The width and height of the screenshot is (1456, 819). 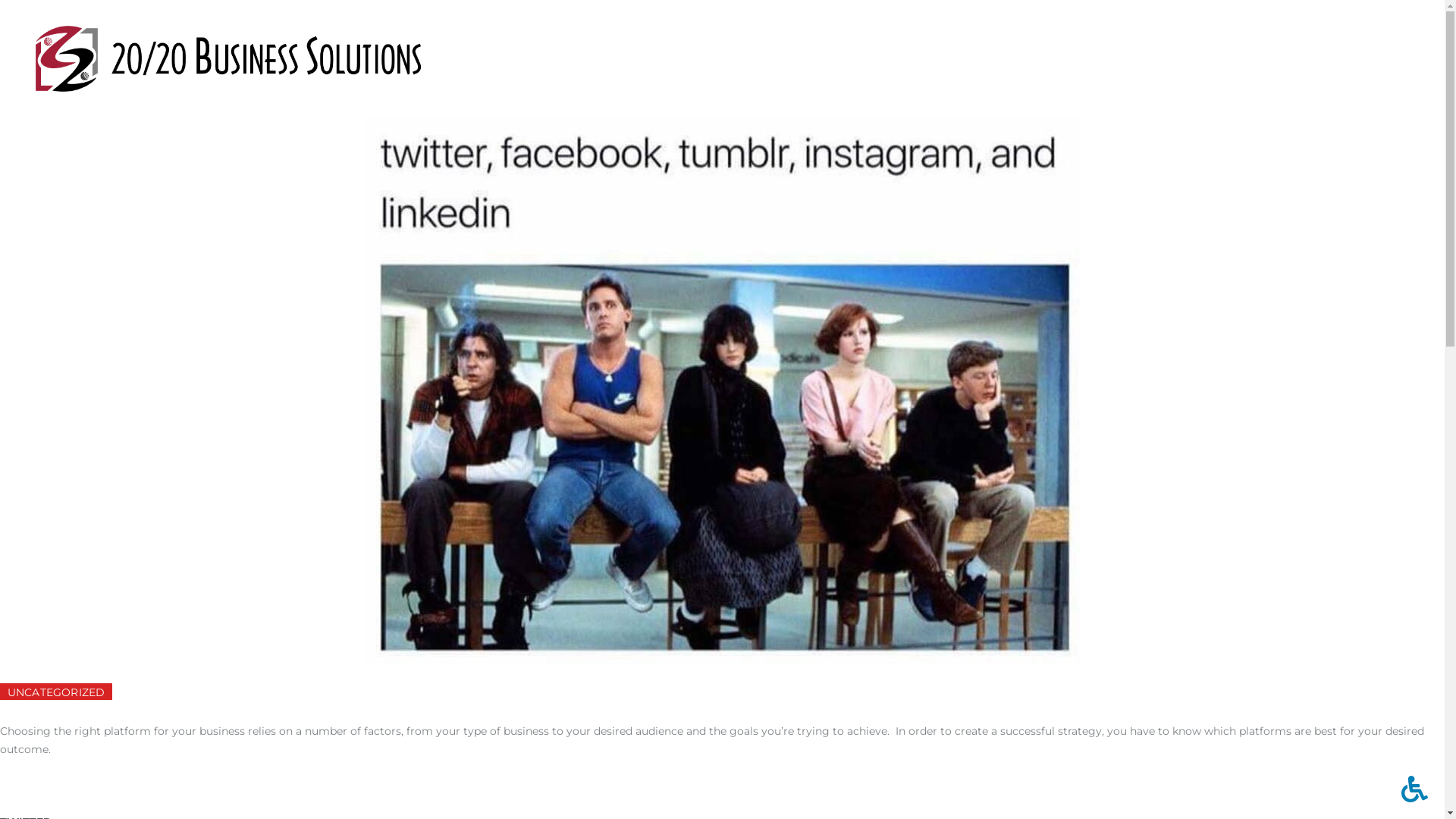 What do you see at coordinates (55, 691) in the screenshot?
I see `'UNCATEGORIZED'` at bounding box center [55, 691].